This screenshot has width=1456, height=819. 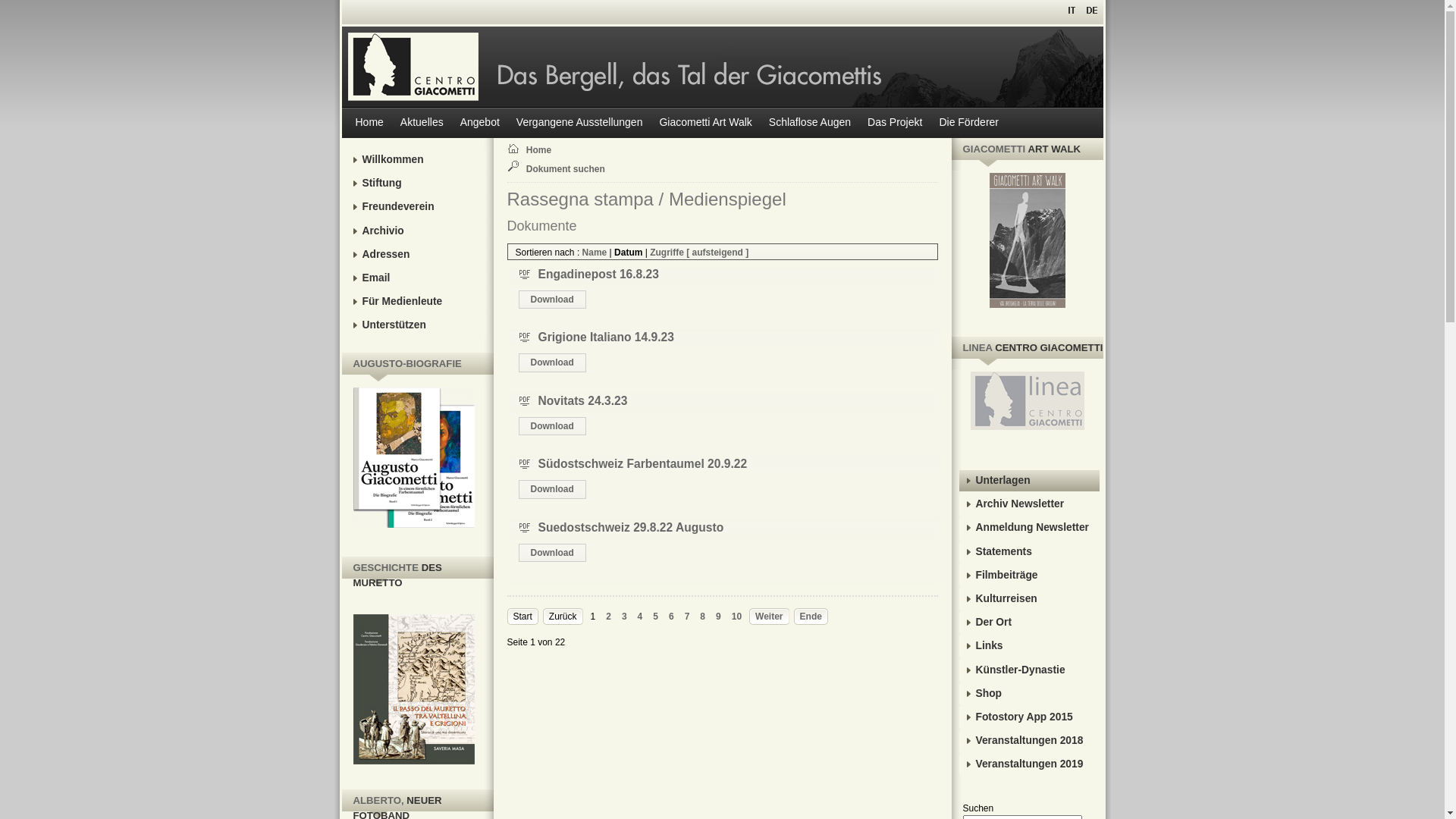 What do you see at coordinates (1028, 717) in the screenshot?
I see `'Fotostory App 2015'` at bounding box center [1028, 717].